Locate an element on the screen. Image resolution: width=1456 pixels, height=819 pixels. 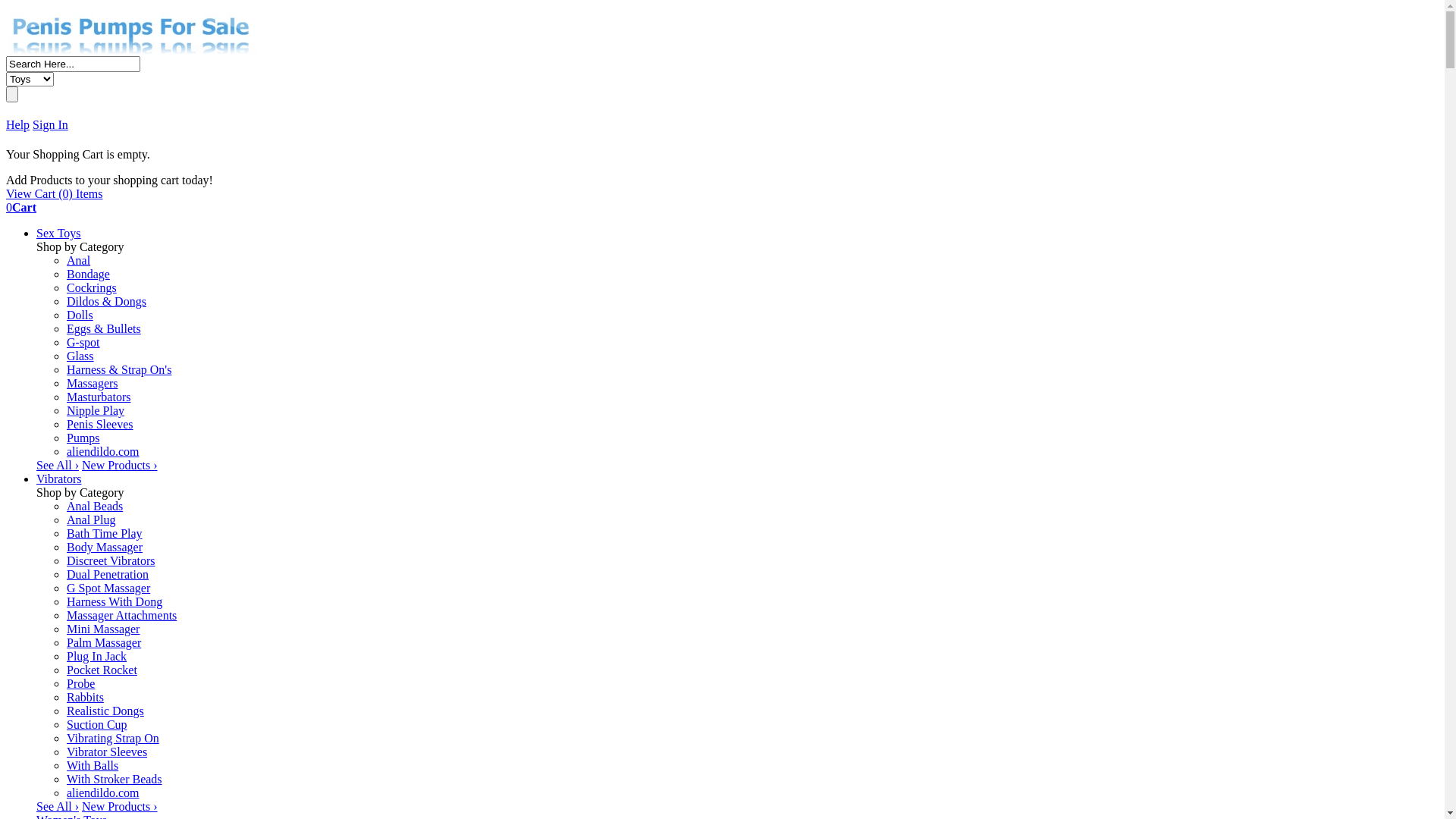
'Massagers' is located at coordinates (91, 382).